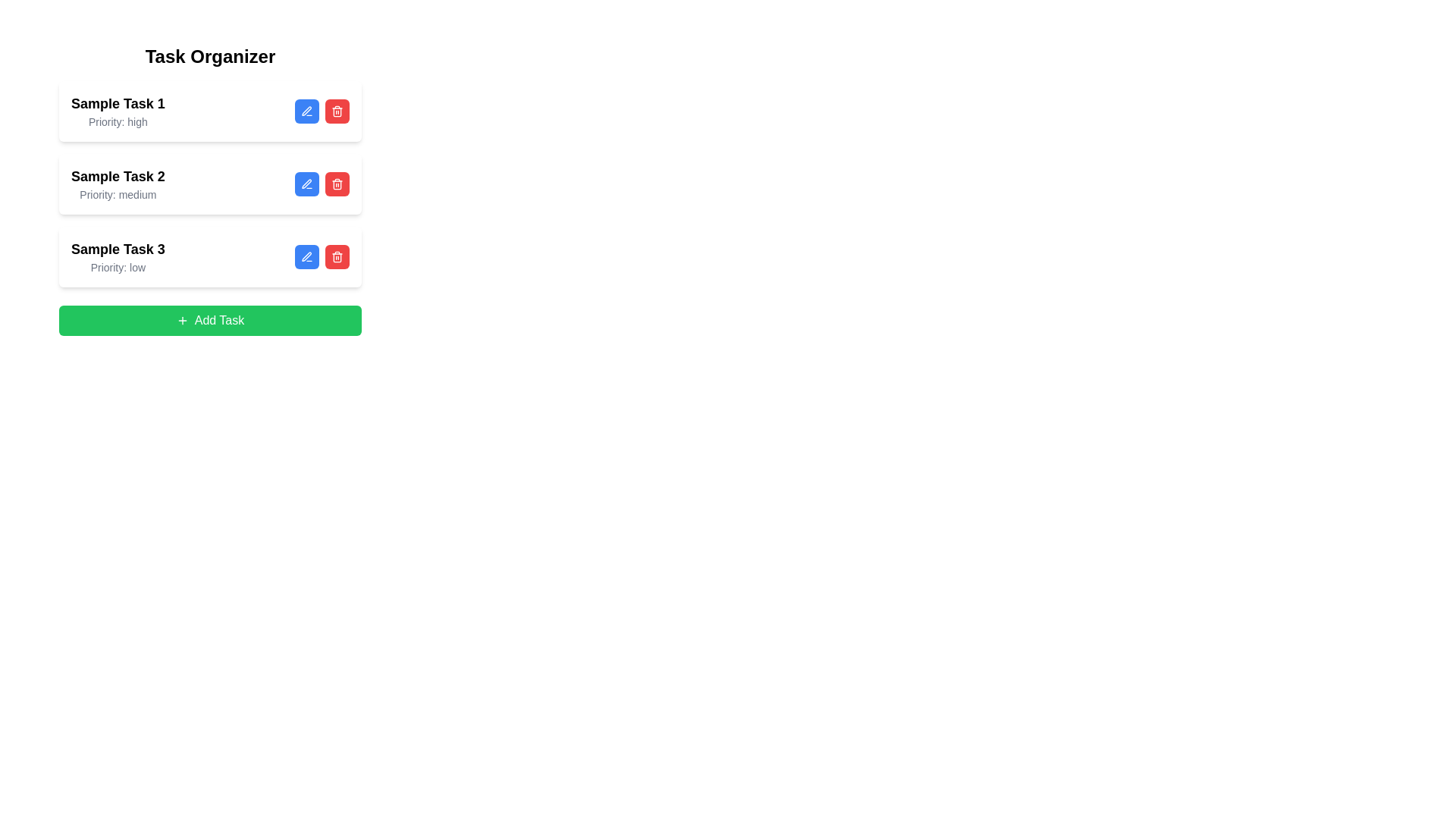 The width and height of the screenshot is (1456, 819). What do you see at coordinates (117, 248) in the screenshot?
I see `task title from the text label that displays 'Sample Task 3', which is styled in bold and larger font within the third task card, located above the 'Priority: low' text` at bounding box center [117, 248].